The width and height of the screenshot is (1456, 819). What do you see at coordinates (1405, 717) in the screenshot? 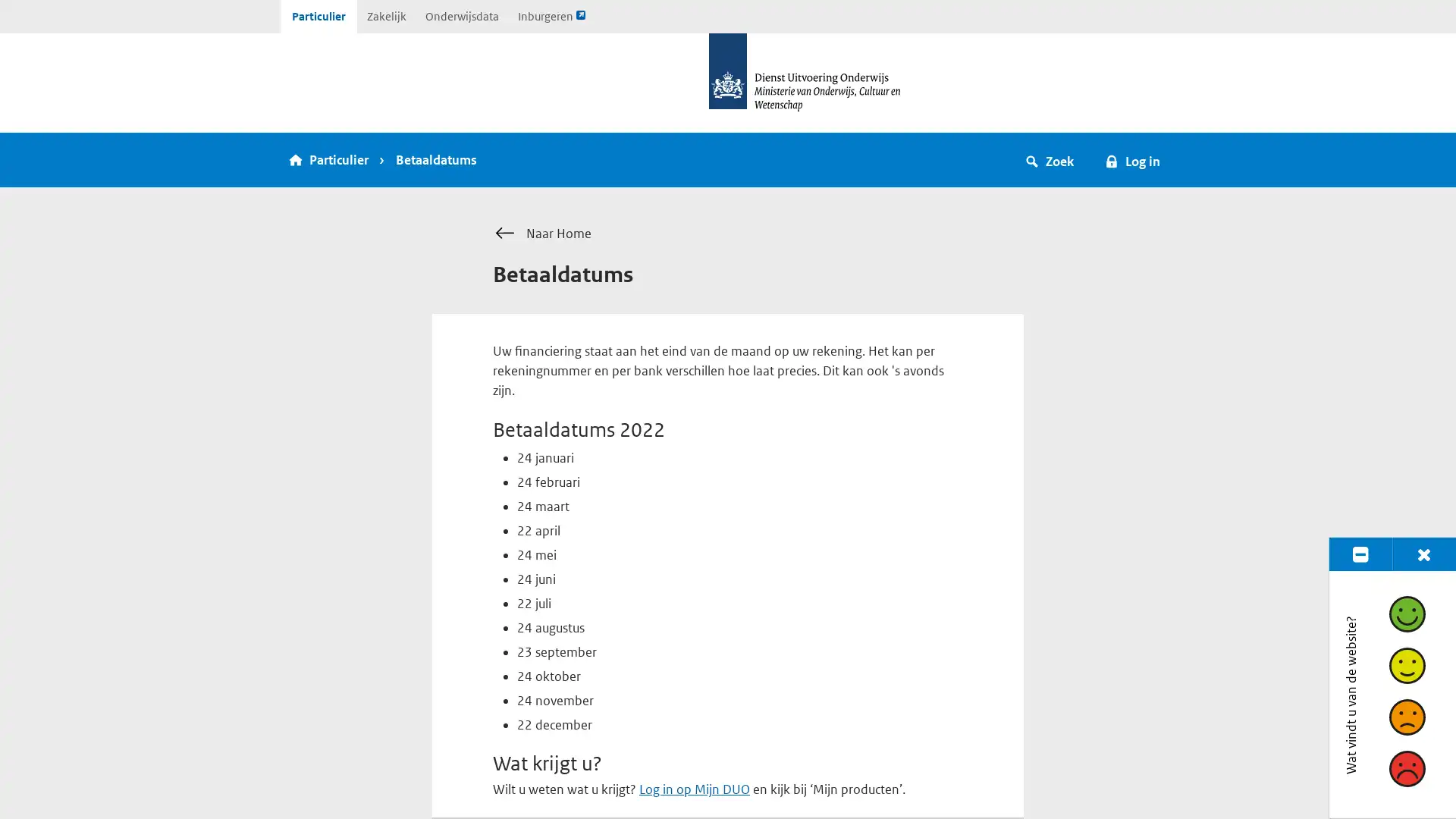
I see `Matig` at bounding box center [1405, 717].